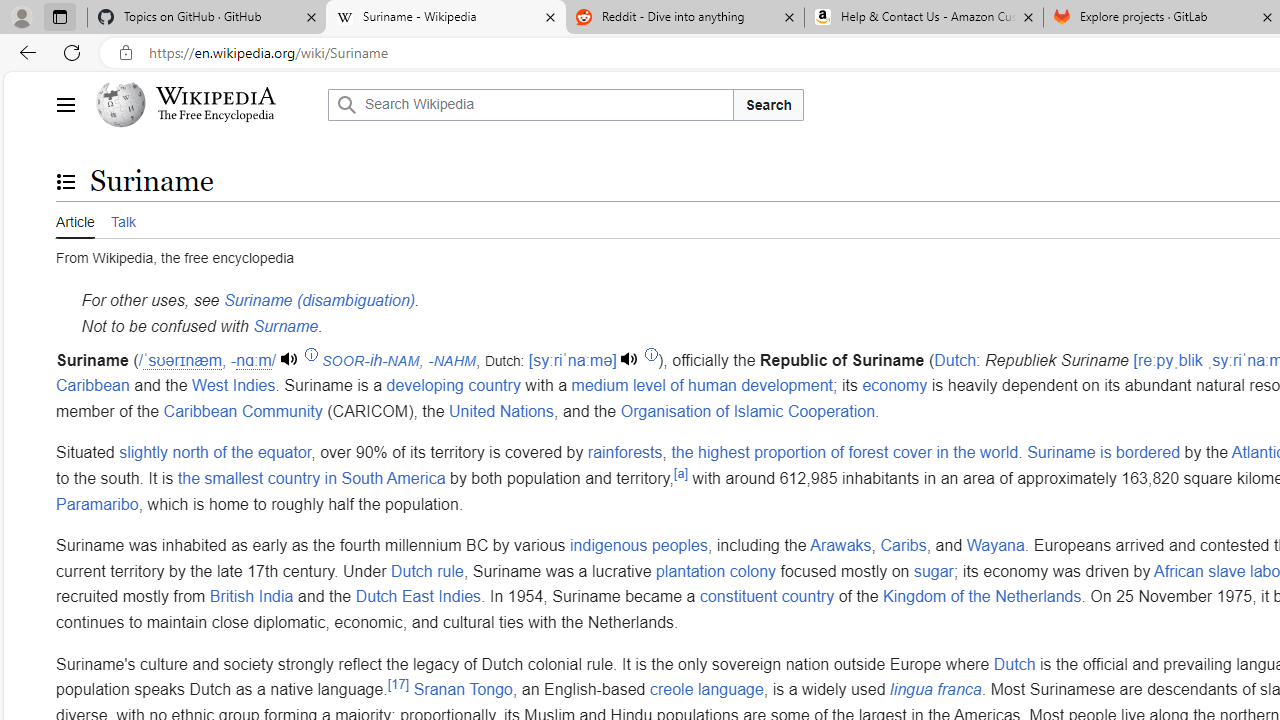  I want to click on 'Dutch rule', so click(425, 571).